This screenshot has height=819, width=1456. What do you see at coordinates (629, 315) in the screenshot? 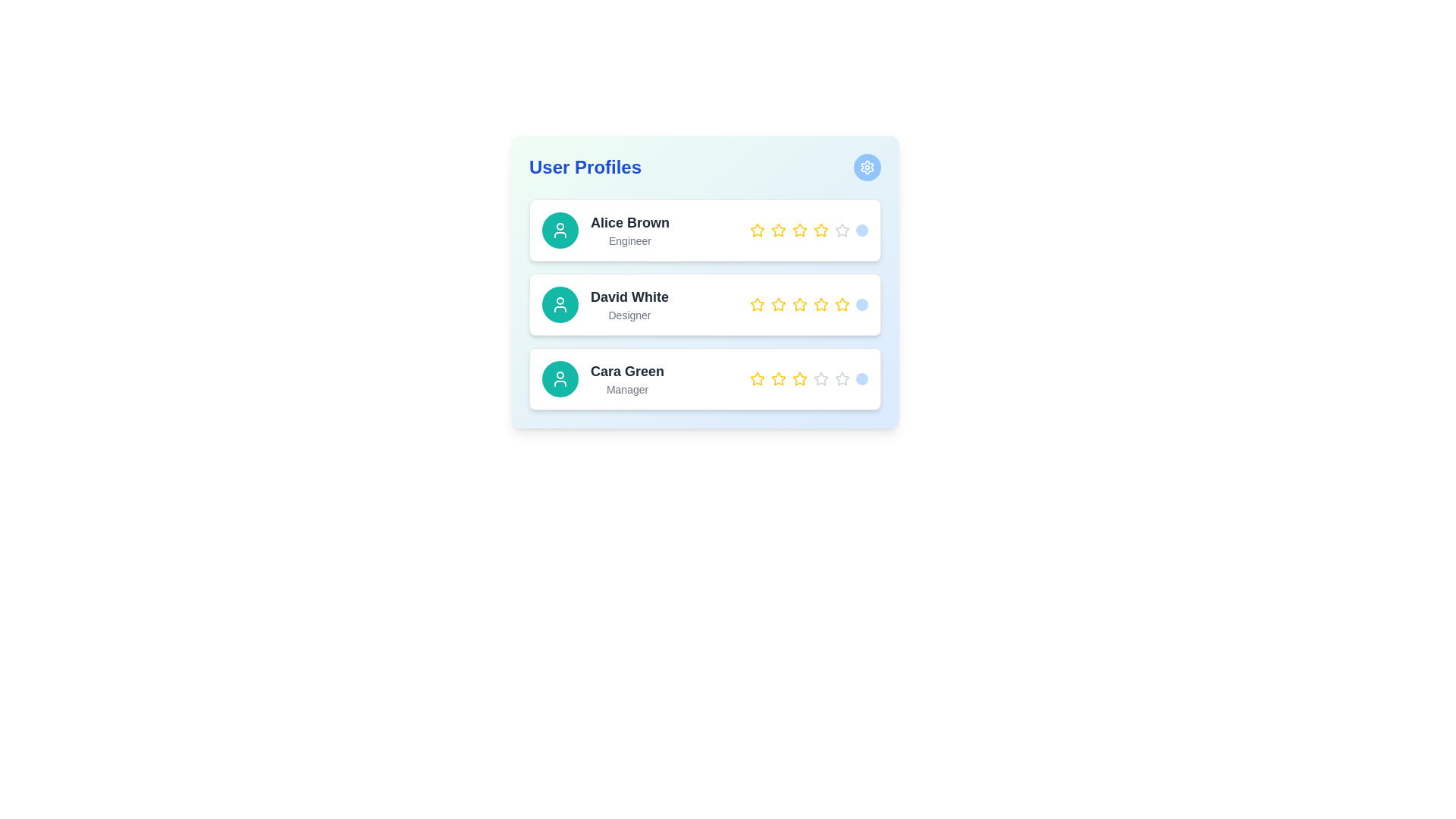
I see `the static label displaying the job title or role of 'David White' in the 'User Profiles' list, located below the name and above the rating stars` at bounding box center [629, 315].